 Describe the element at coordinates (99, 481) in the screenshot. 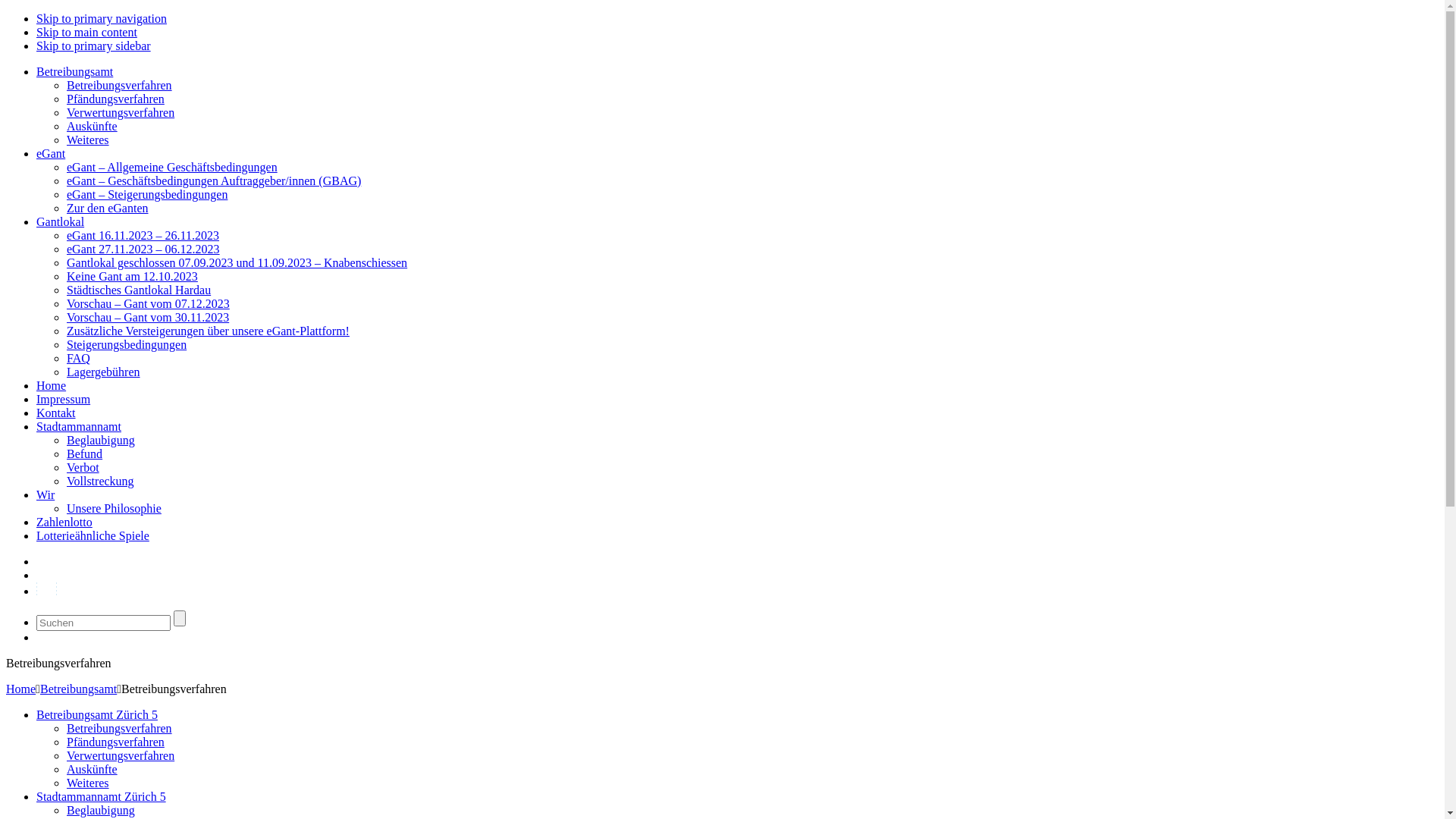

I see `'Vollstreckung'` at that location.